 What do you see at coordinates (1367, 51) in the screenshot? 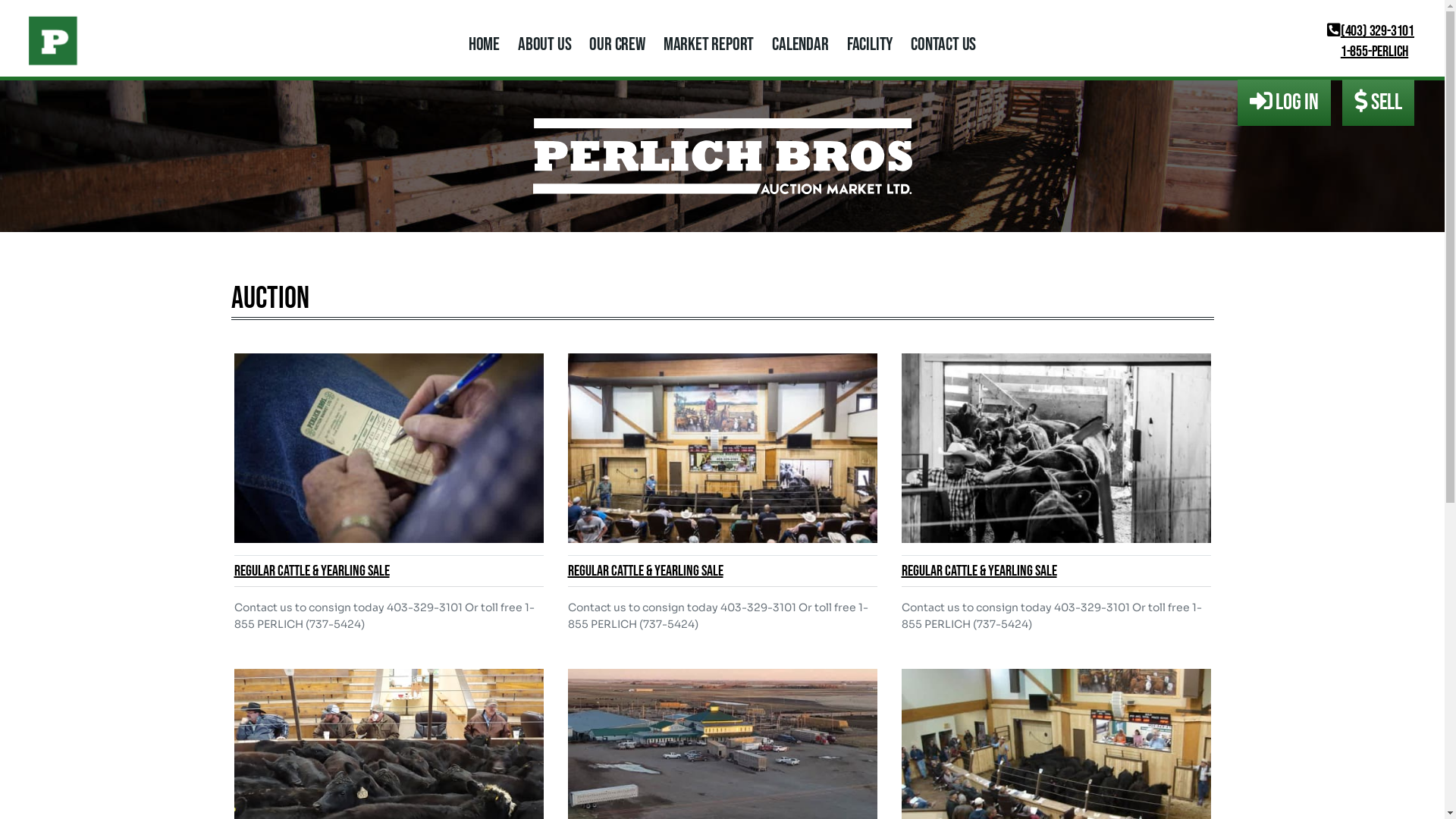
I see `'1-855-PERLICH'` at bounding box center [1367, 51].